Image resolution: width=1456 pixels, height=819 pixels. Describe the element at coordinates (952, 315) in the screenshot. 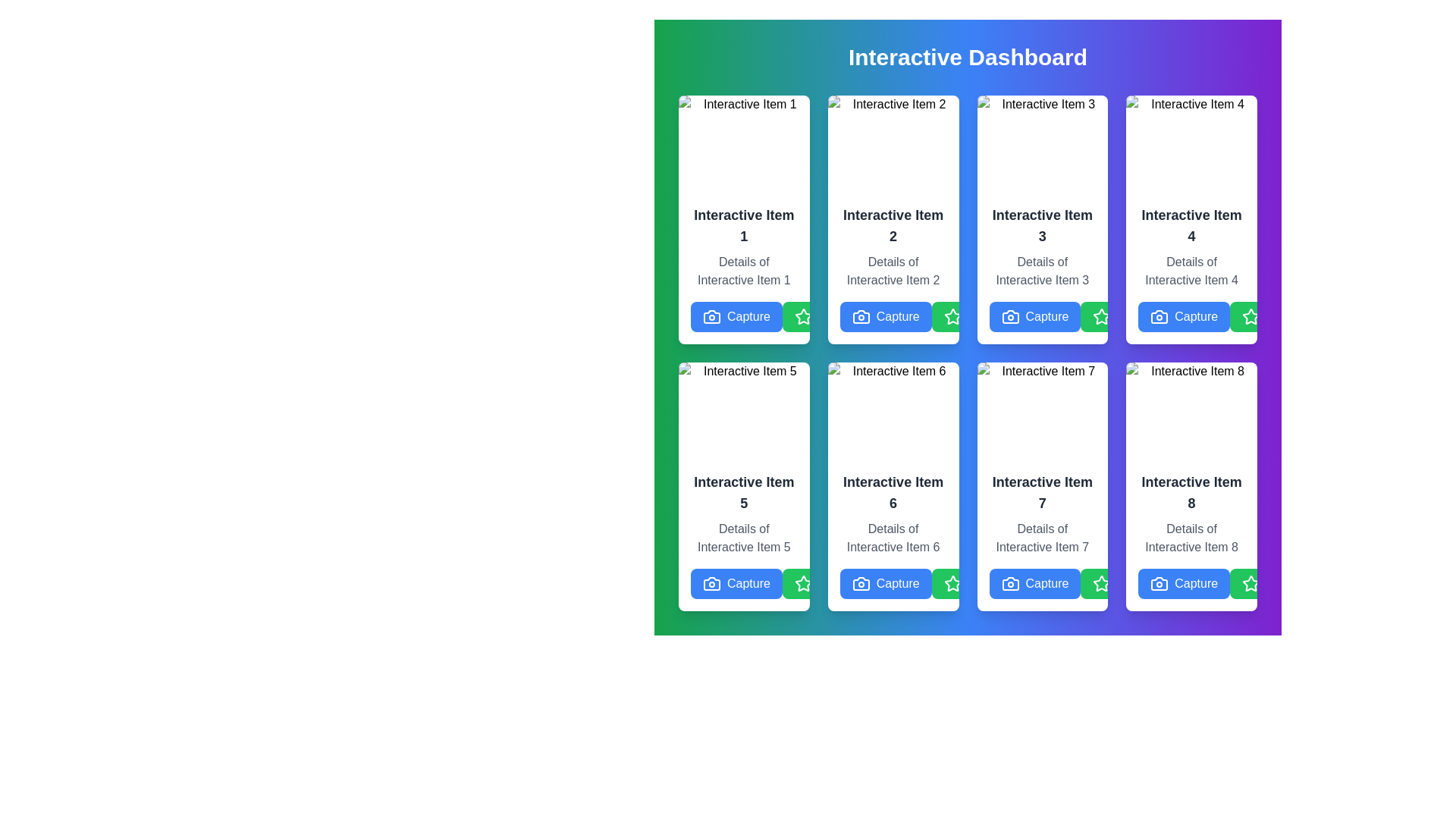

I see `the toggle button styled as an interactive icon located in the lower-right corner of the second card in the top row of the interactive grid layout` at that location.